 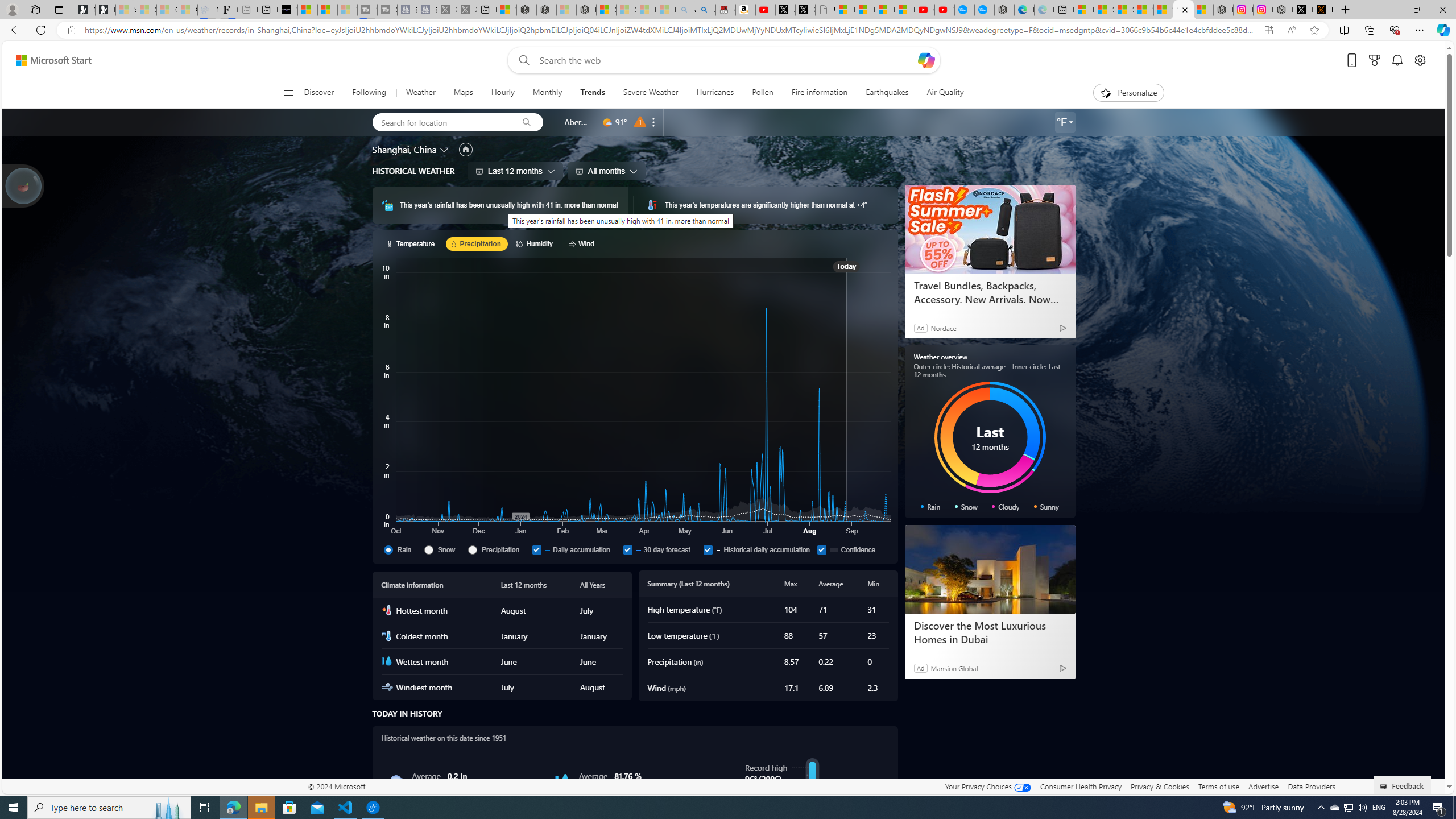 I want to click on 'Data Providers', so click(x=1310, y=786).